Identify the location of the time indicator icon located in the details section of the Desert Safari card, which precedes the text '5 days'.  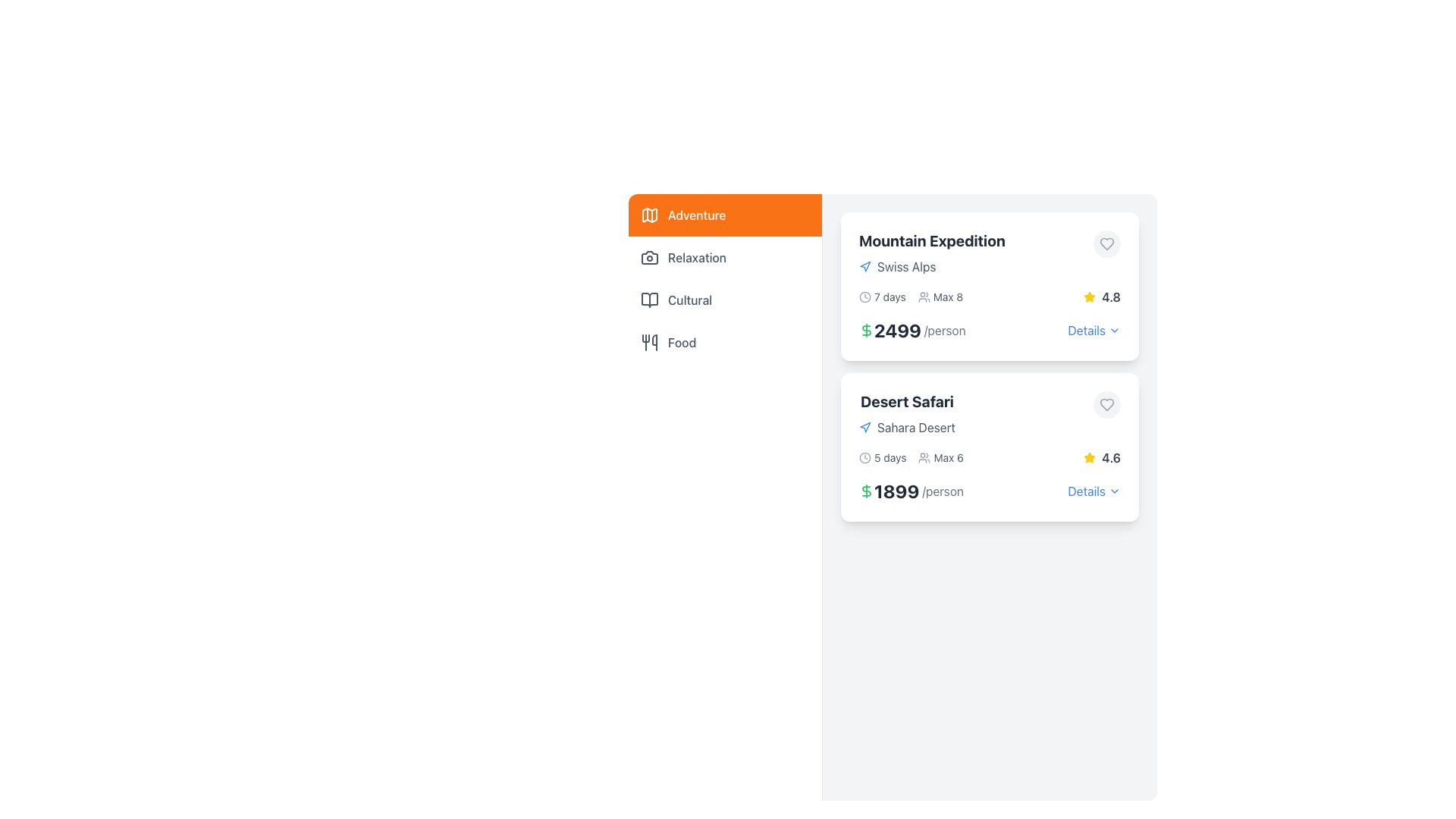
(865, 457).